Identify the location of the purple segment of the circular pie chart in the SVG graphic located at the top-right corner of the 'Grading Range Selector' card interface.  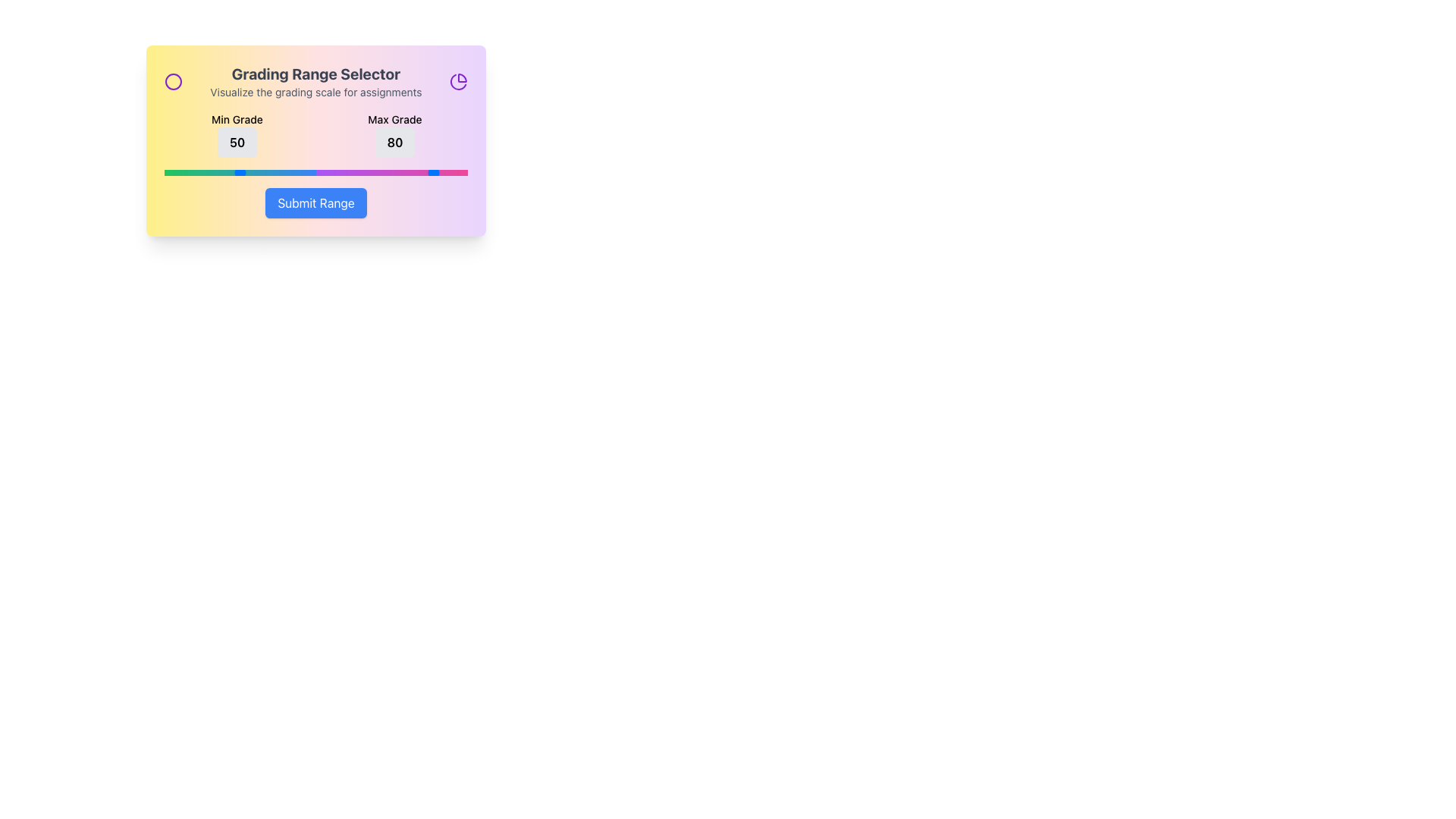
(457, 82).